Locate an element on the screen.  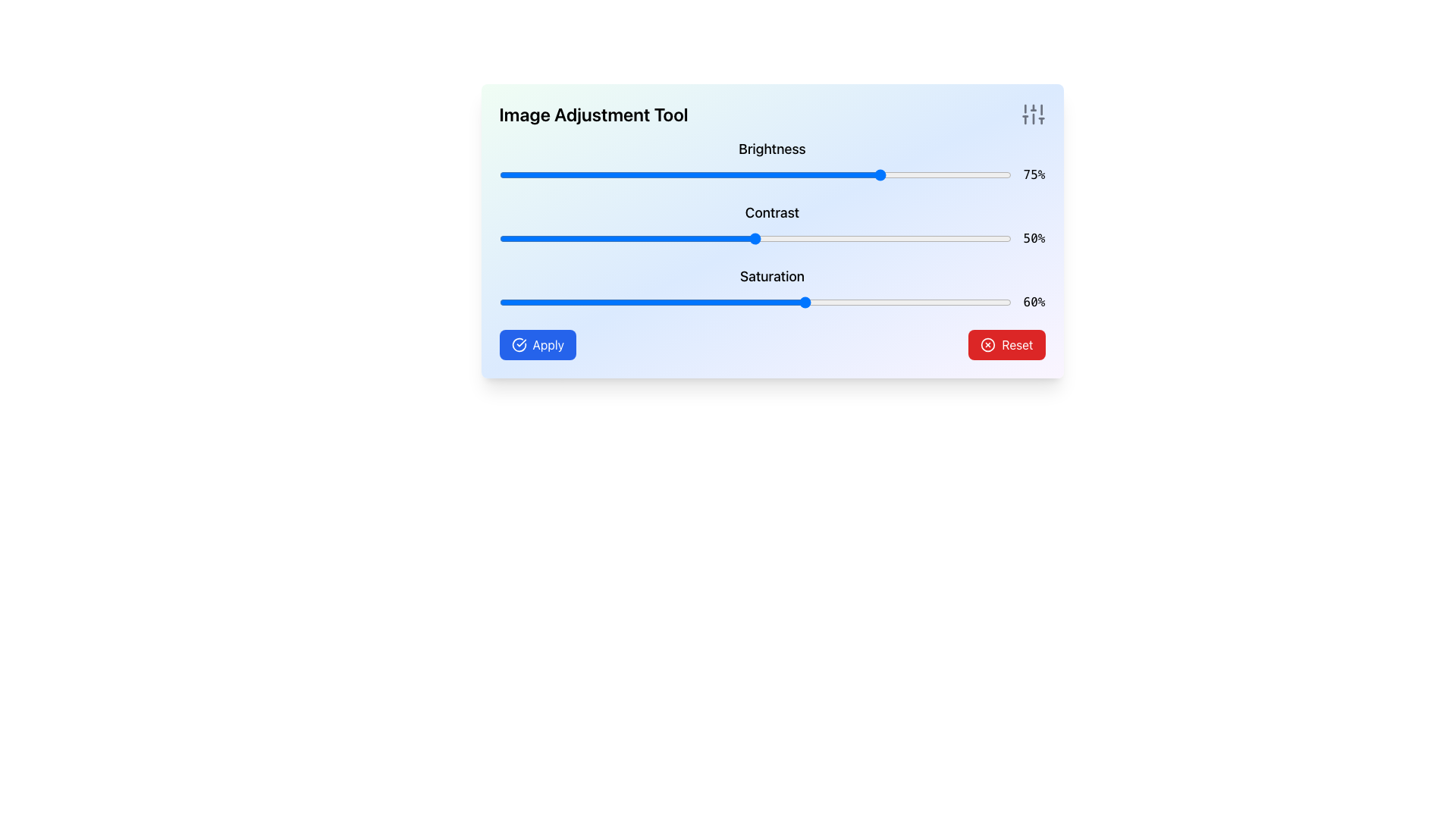
the static text displaying the current brightness adjustment value ('75%'), which is positioned to the right of the brightness slider control is located at coordinates (1033, 174).